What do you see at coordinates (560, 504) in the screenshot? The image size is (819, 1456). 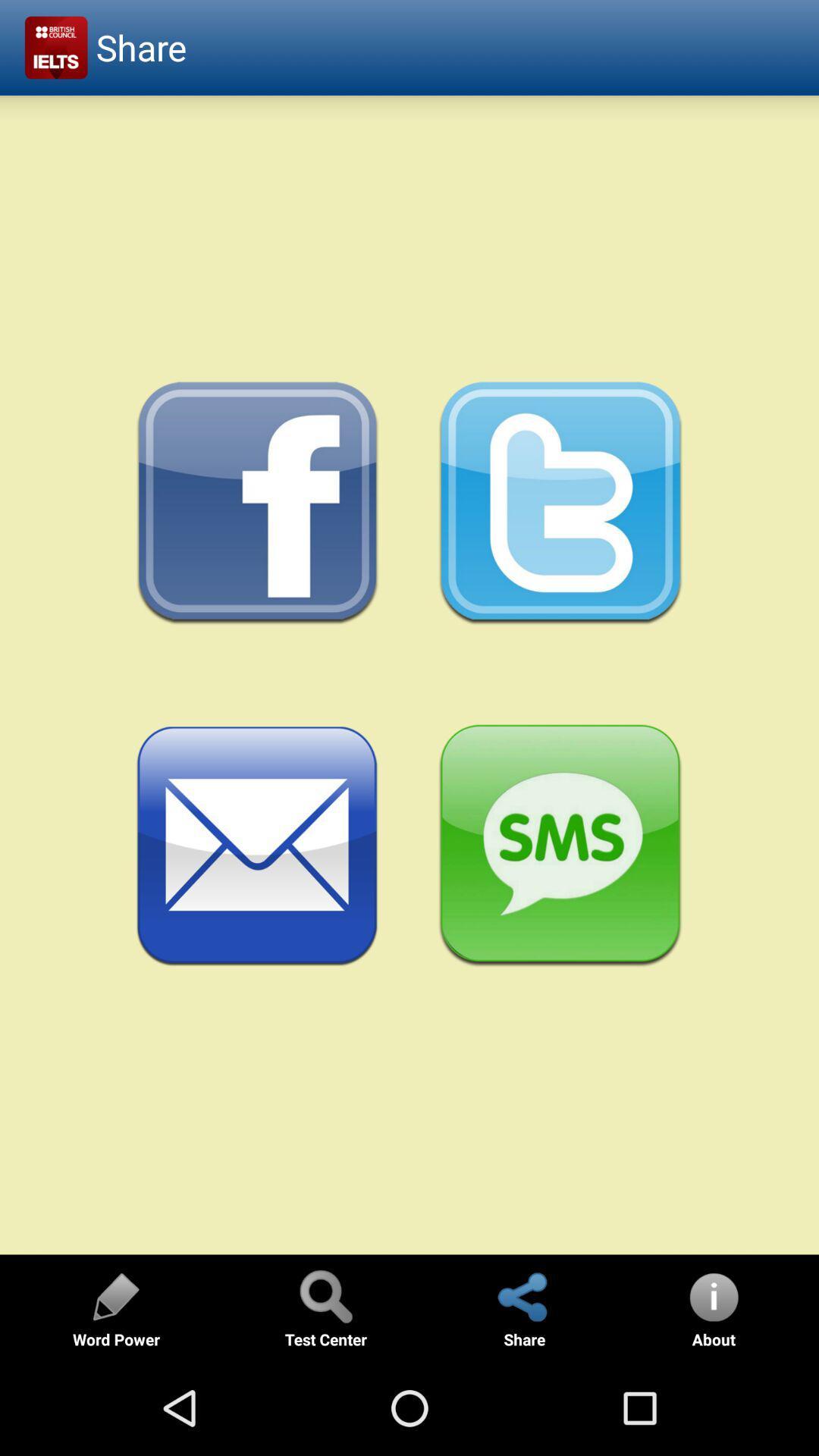 I see `twitter` at bounding box center [560, 504].